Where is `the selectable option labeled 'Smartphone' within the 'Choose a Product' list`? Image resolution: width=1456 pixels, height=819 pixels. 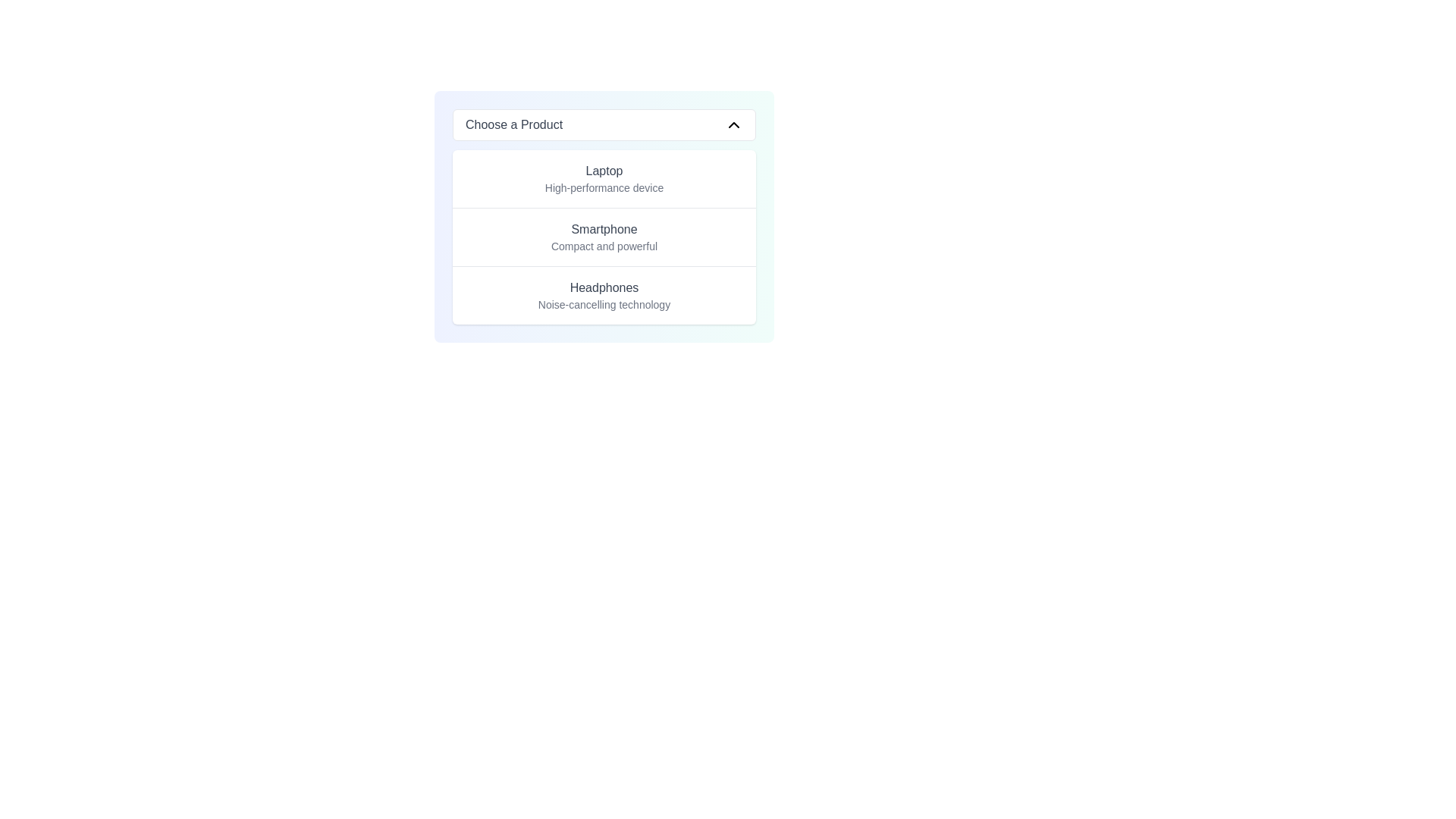
the selectable option labeled 'Smartphone' within the 'Choose a Product' list is located at coordinates (603, 237).